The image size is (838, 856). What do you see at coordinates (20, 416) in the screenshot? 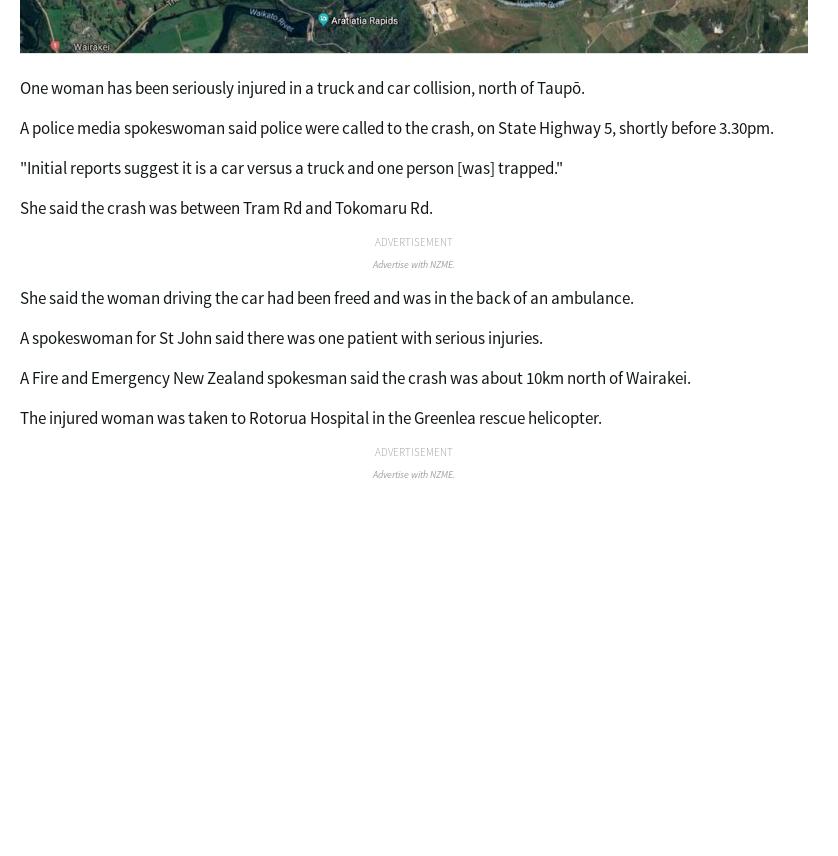
I see `'The injured woman was taken to Rotorua Hospital in the Greenlea rescue helicopter.'` at bounding box center [20, 416].